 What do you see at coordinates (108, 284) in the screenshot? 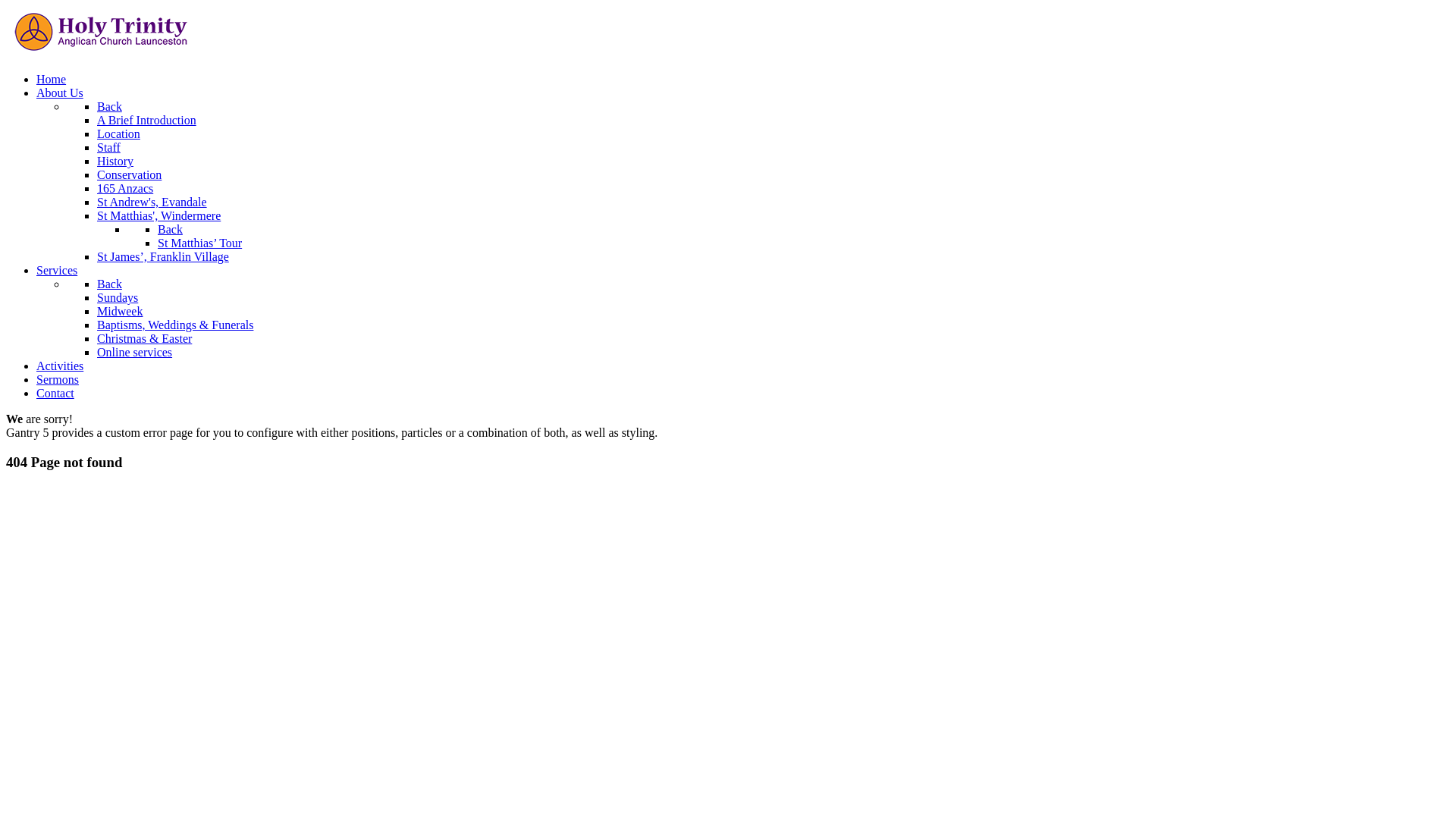
I see `'Back'` at bounding box center [108, 284].